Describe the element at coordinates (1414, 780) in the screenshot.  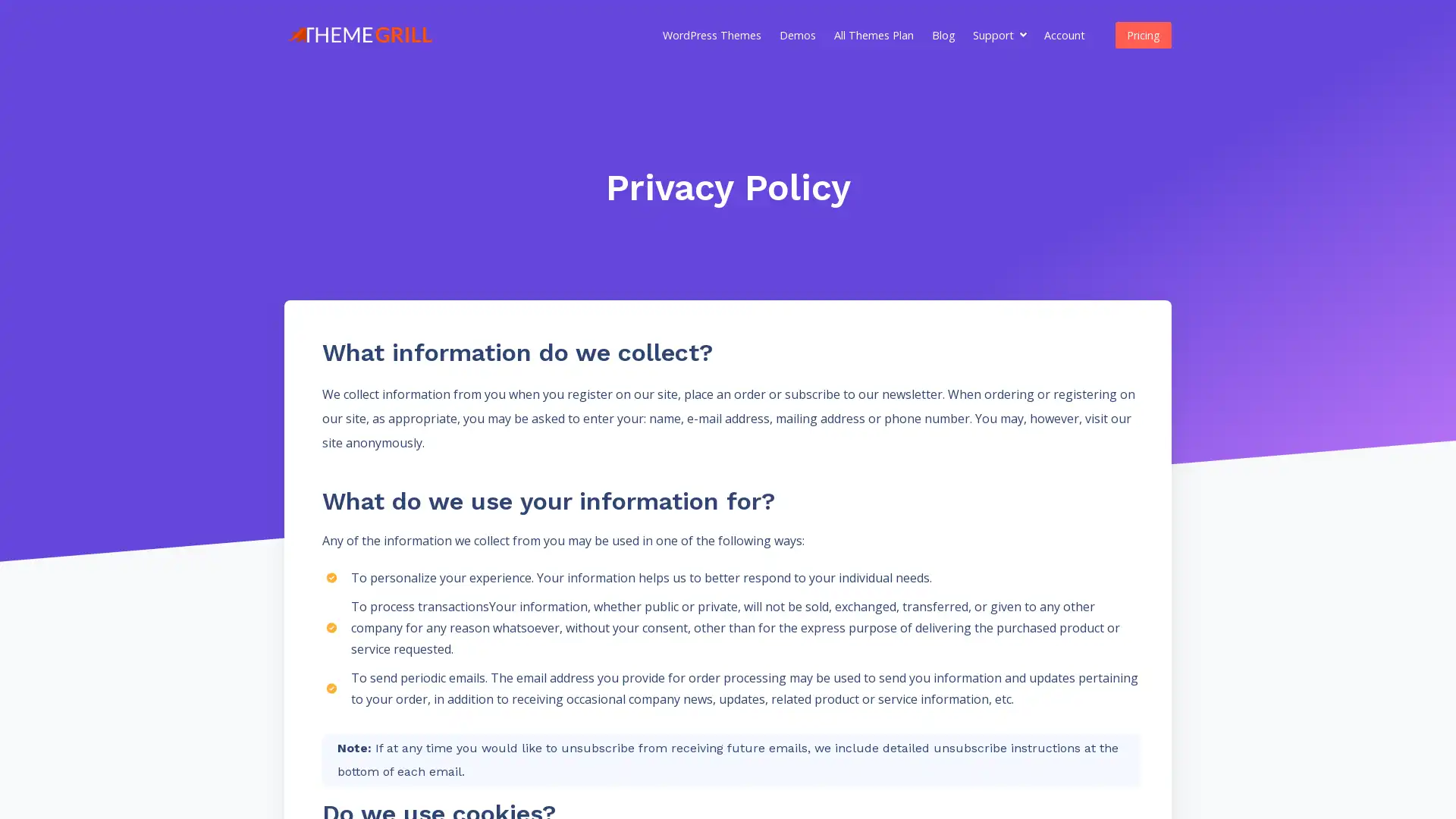
I see `Questions? Chat with us! Support is online. Chat with ThemeGrill Team` at that location.